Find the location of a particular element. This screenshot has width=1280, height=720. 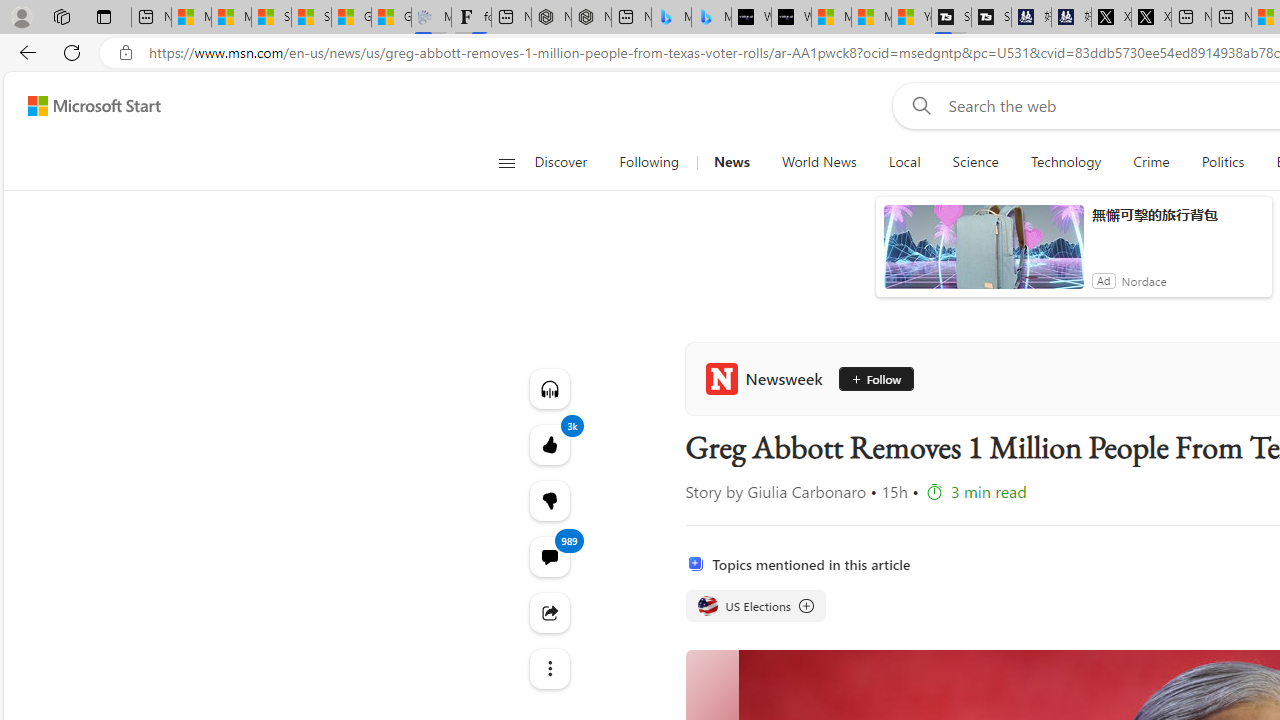

'Listen to this article' is located at coordinates (549, 388).